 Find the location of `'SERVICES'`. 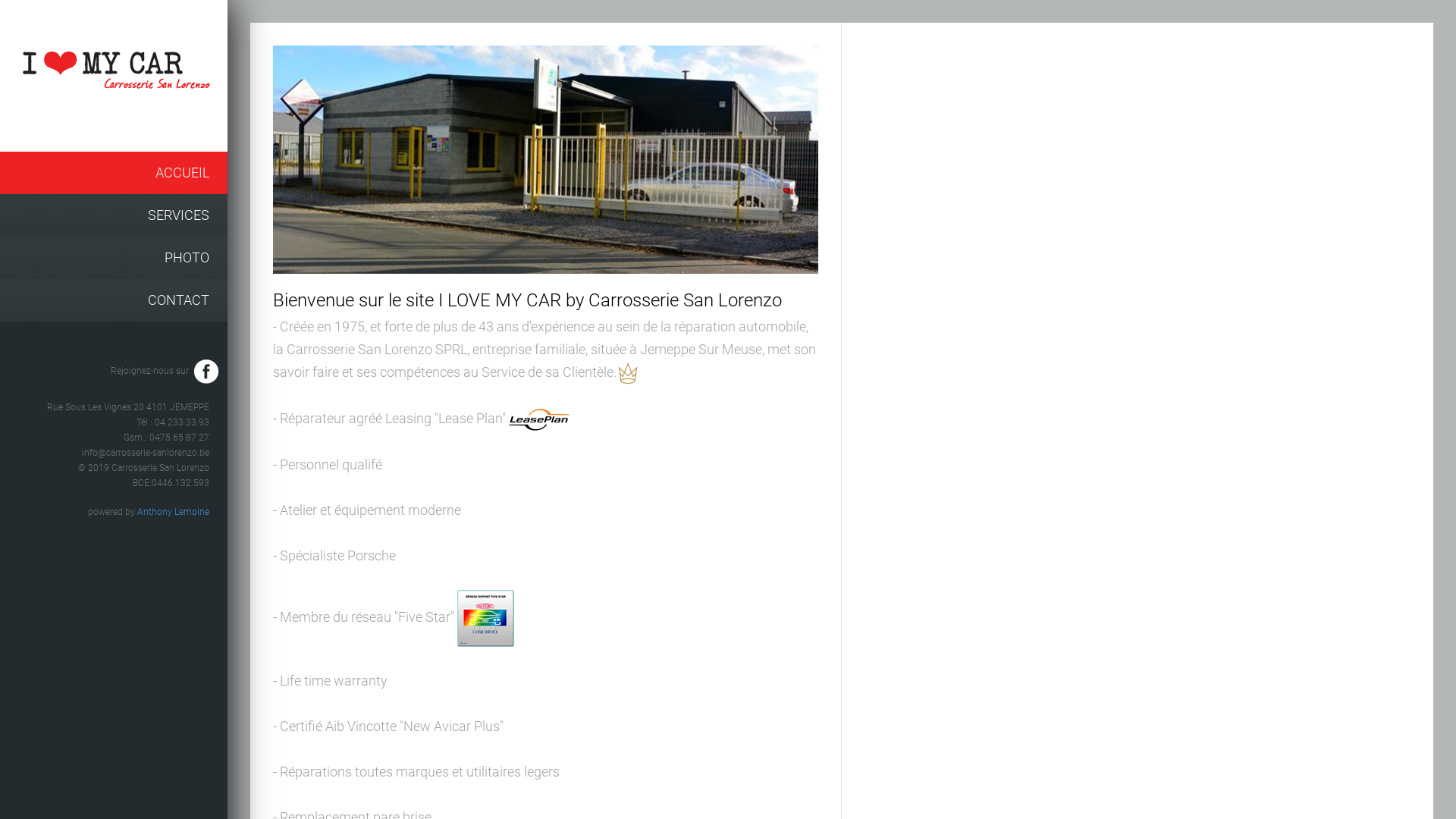

'SERVICES' is located at coordinates (112, 215).